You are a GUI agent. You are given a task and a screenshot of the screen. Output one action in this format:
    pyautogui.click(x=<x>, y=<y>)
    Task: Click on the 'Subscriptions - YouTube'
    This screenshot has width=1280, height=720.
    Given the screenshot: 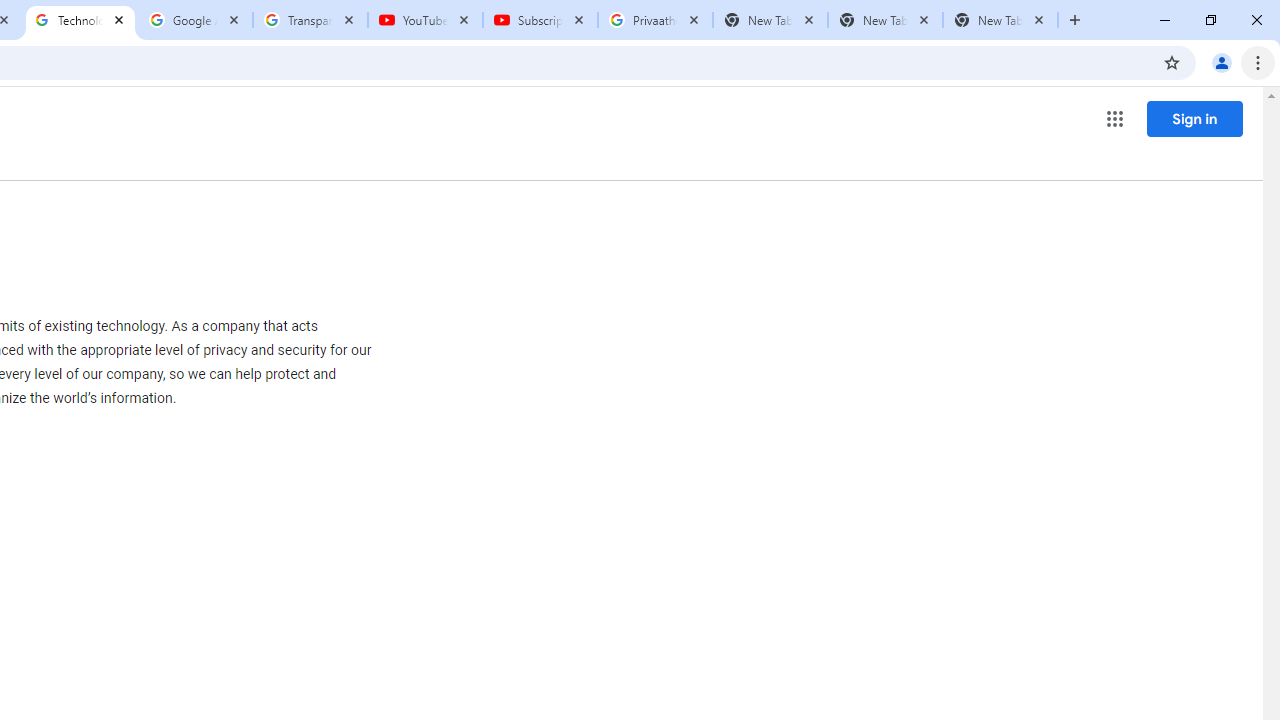 What is the action you would take?
    pyautogui.click(x=540, y=20)
    